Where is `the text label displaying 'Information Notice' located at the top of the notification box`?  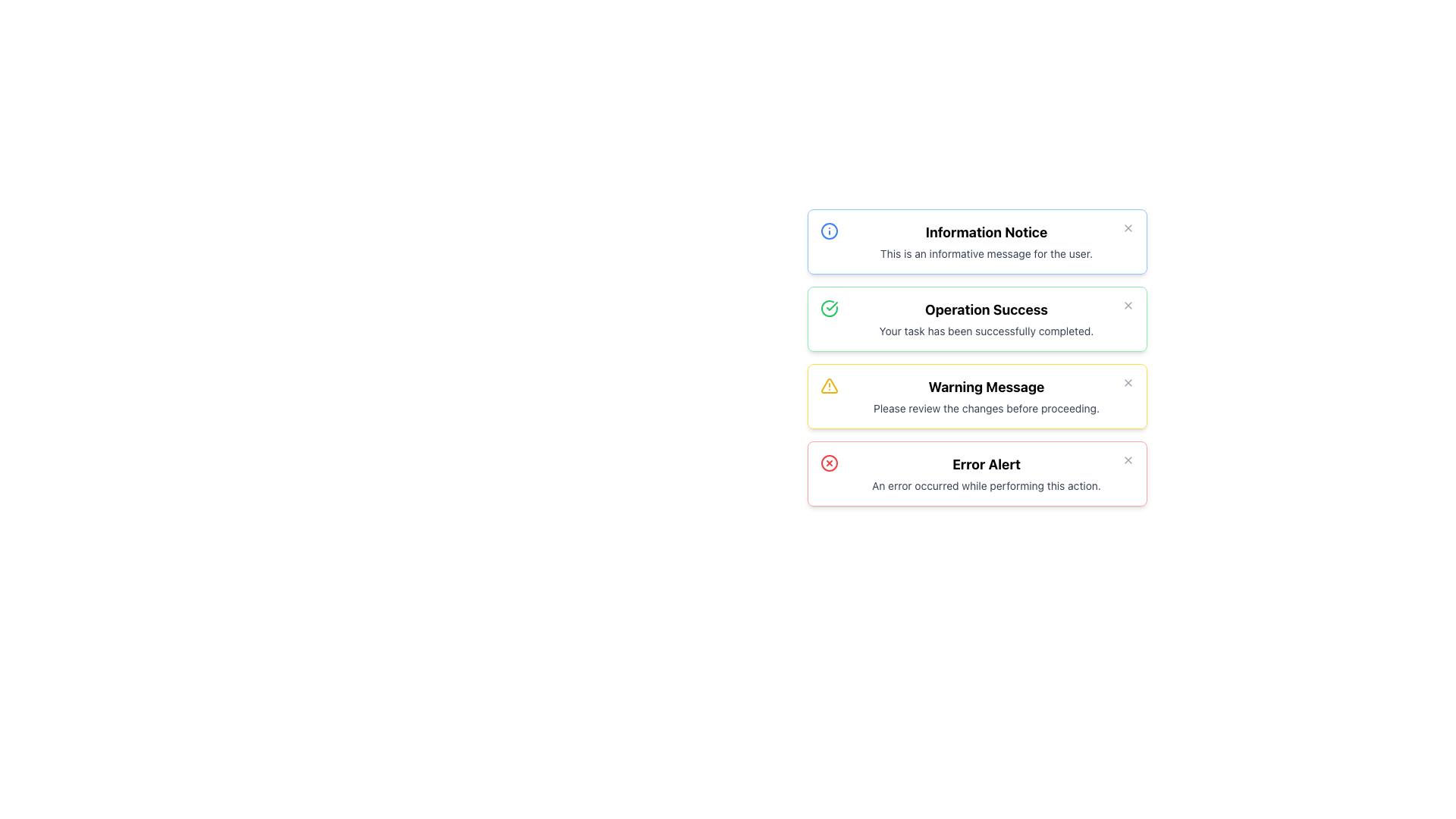
the text label displaying 'Information Notice' located at the top of the notification box is located at coordinates (986, 233).